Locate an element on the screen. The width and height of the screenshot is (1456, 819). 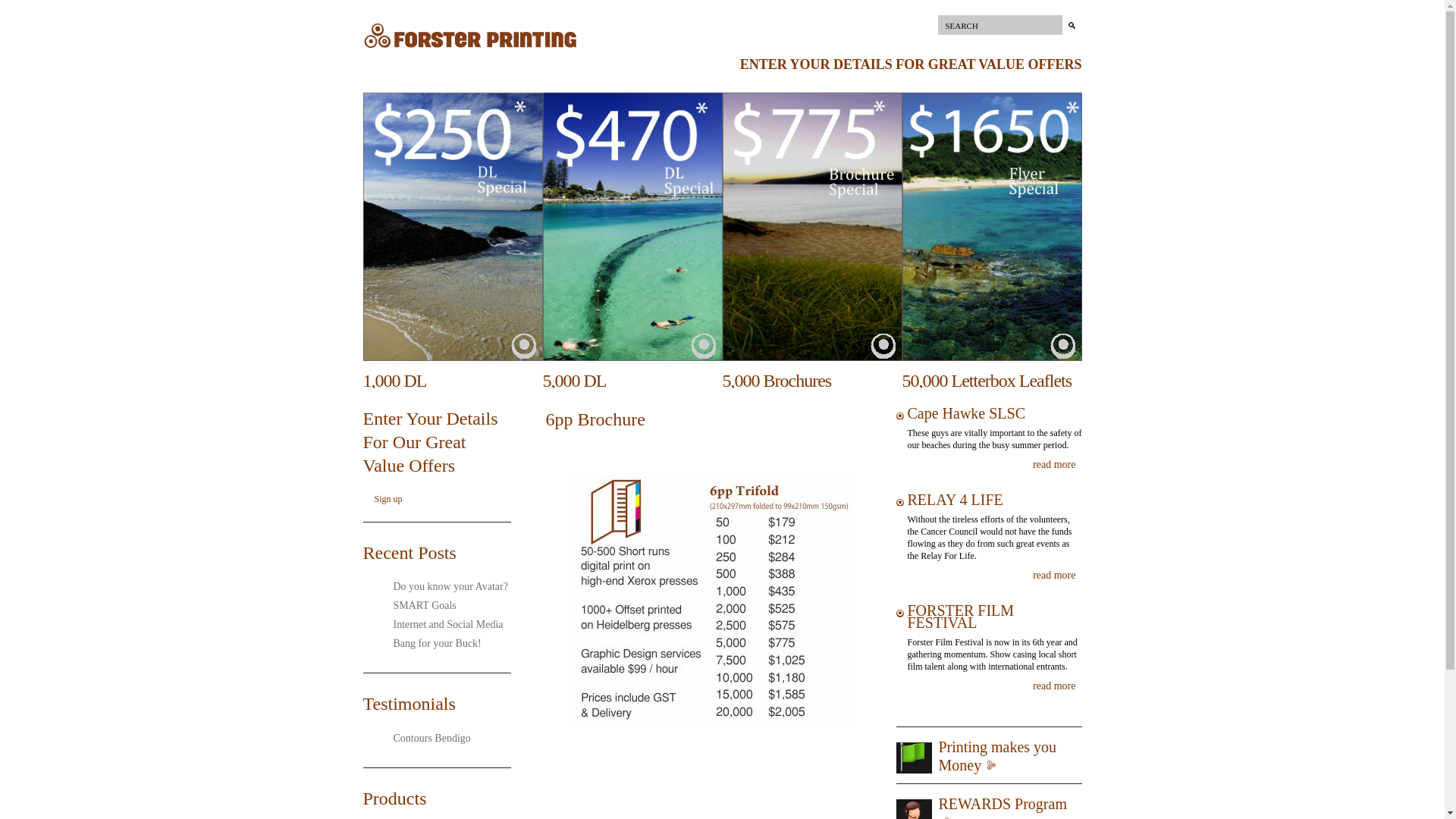
'SMART Goals' is located at coordinates (419, 604).